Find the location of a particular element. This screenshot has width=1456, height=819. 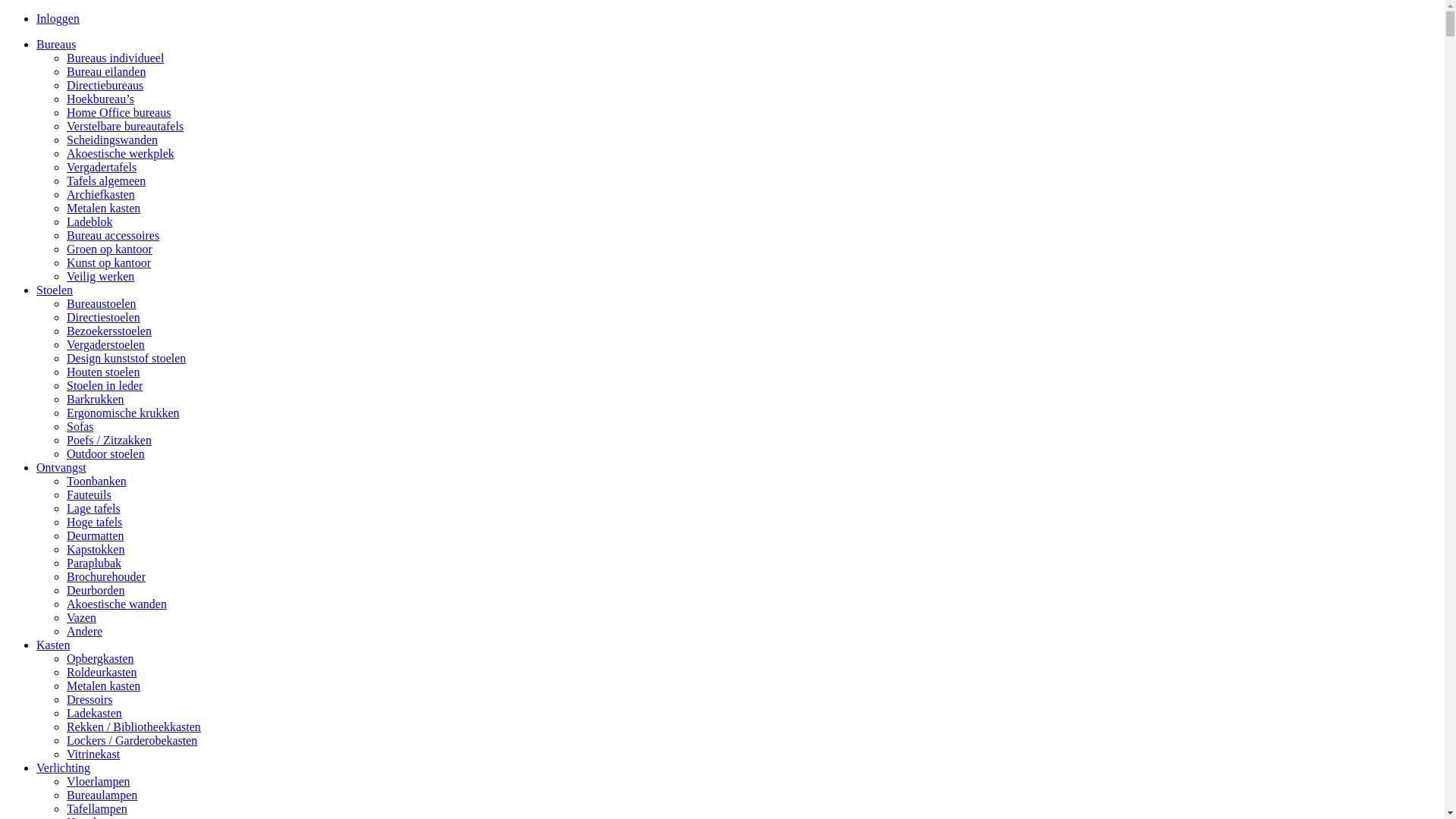

'Deurmatten' is located at coordinates (94, 535).